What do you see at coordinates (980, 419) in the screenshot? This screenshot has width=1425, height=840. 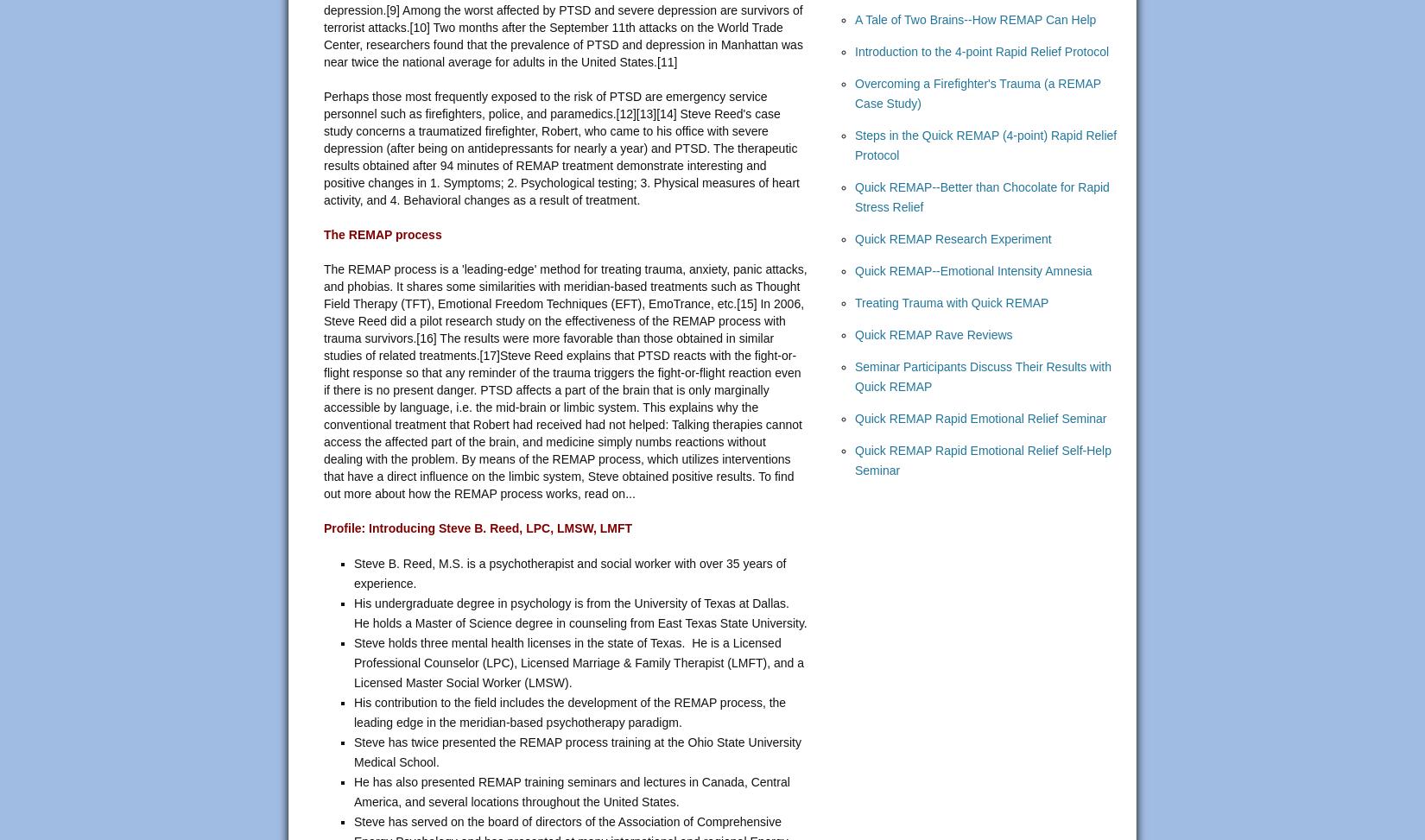 I see `'Quick REMAP Rapid Emotional Relief Seminar'` at bounding box center [980, 419].